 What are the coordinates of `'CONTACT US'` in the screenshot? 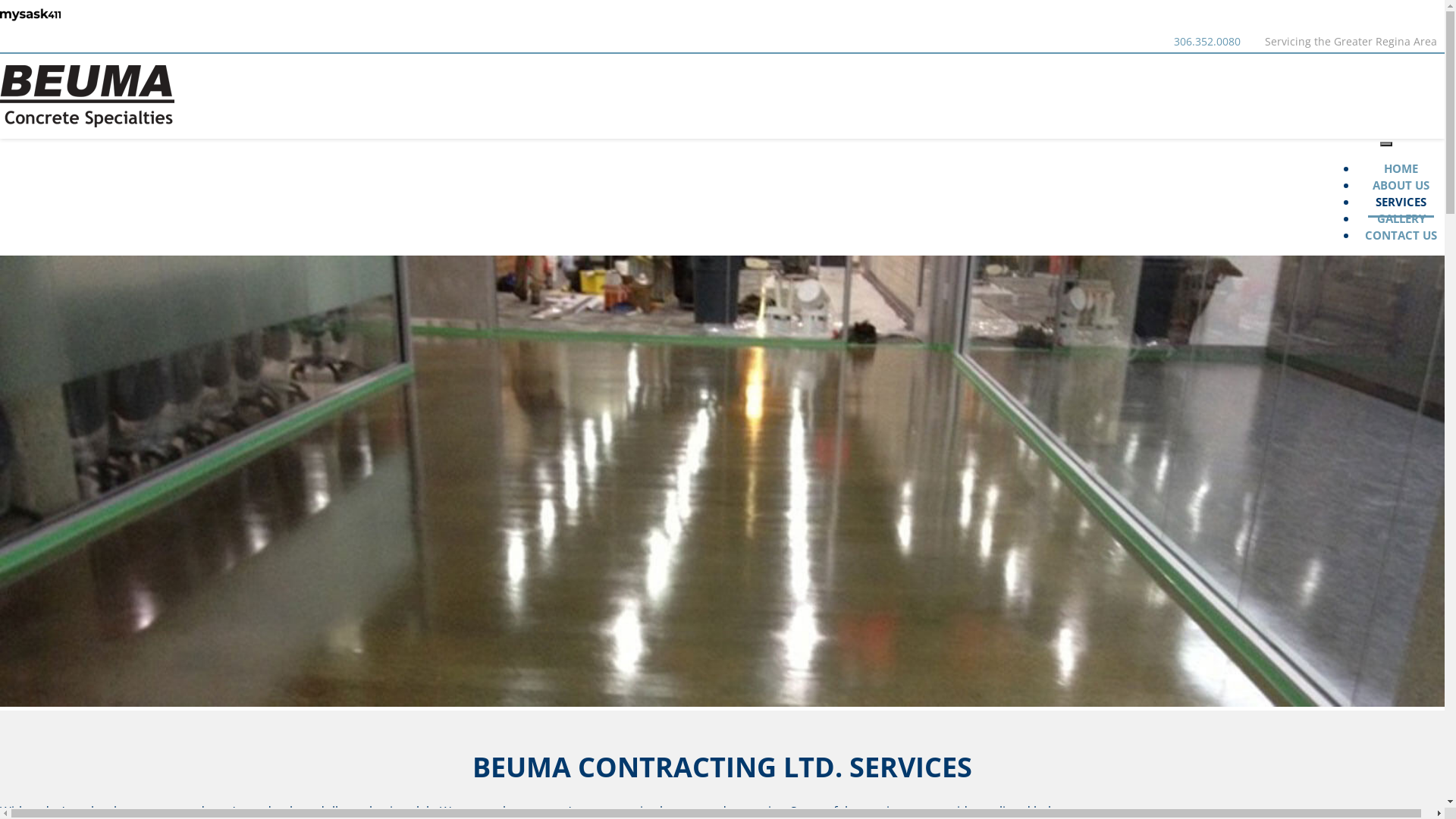 It's located at (1357, 236).